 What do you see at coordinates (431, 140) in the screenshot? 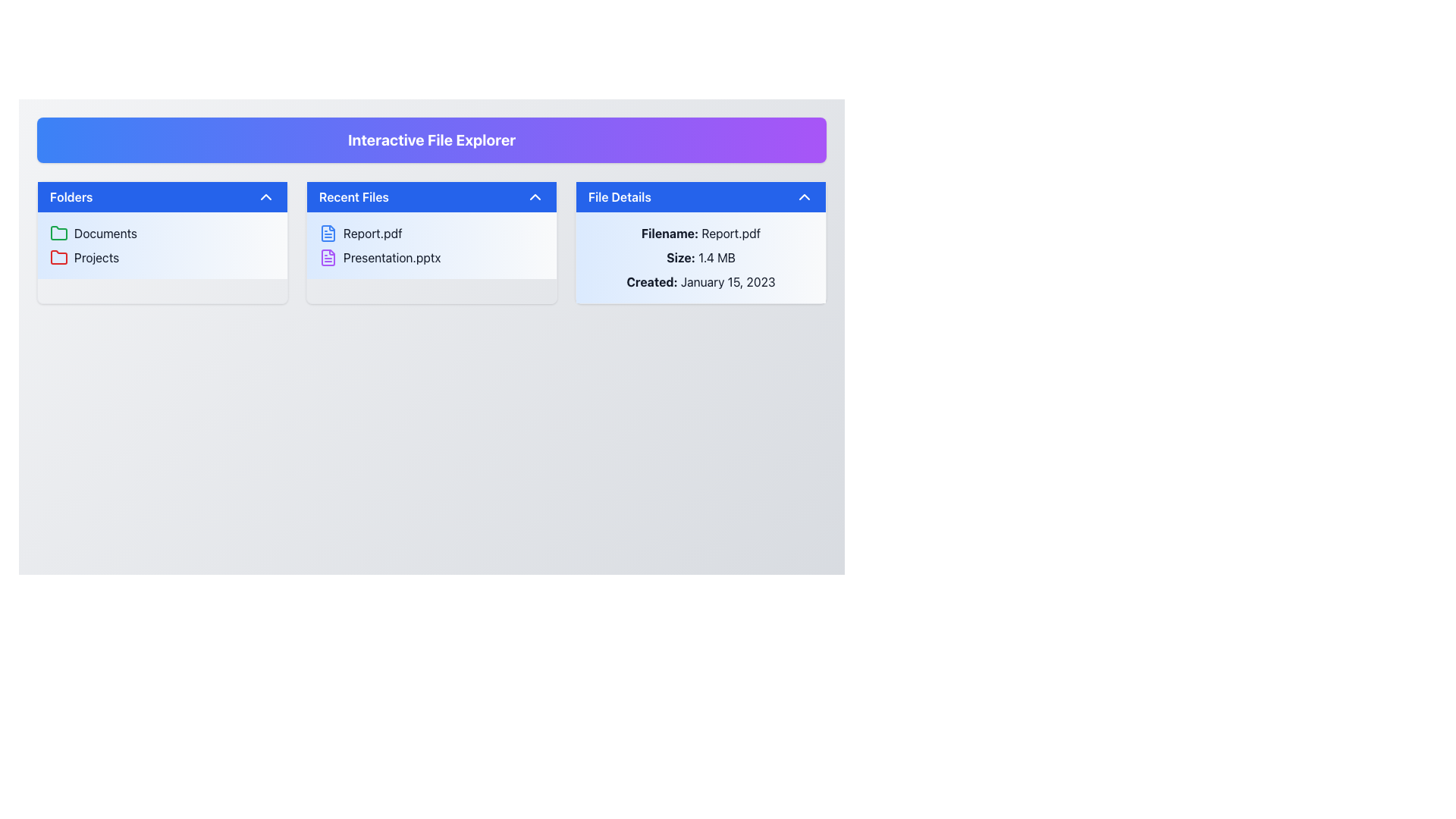
I see `the header or title bar element that serves as the title for the entire interface, located at the top of the layout` at bounding box center [431, 140].